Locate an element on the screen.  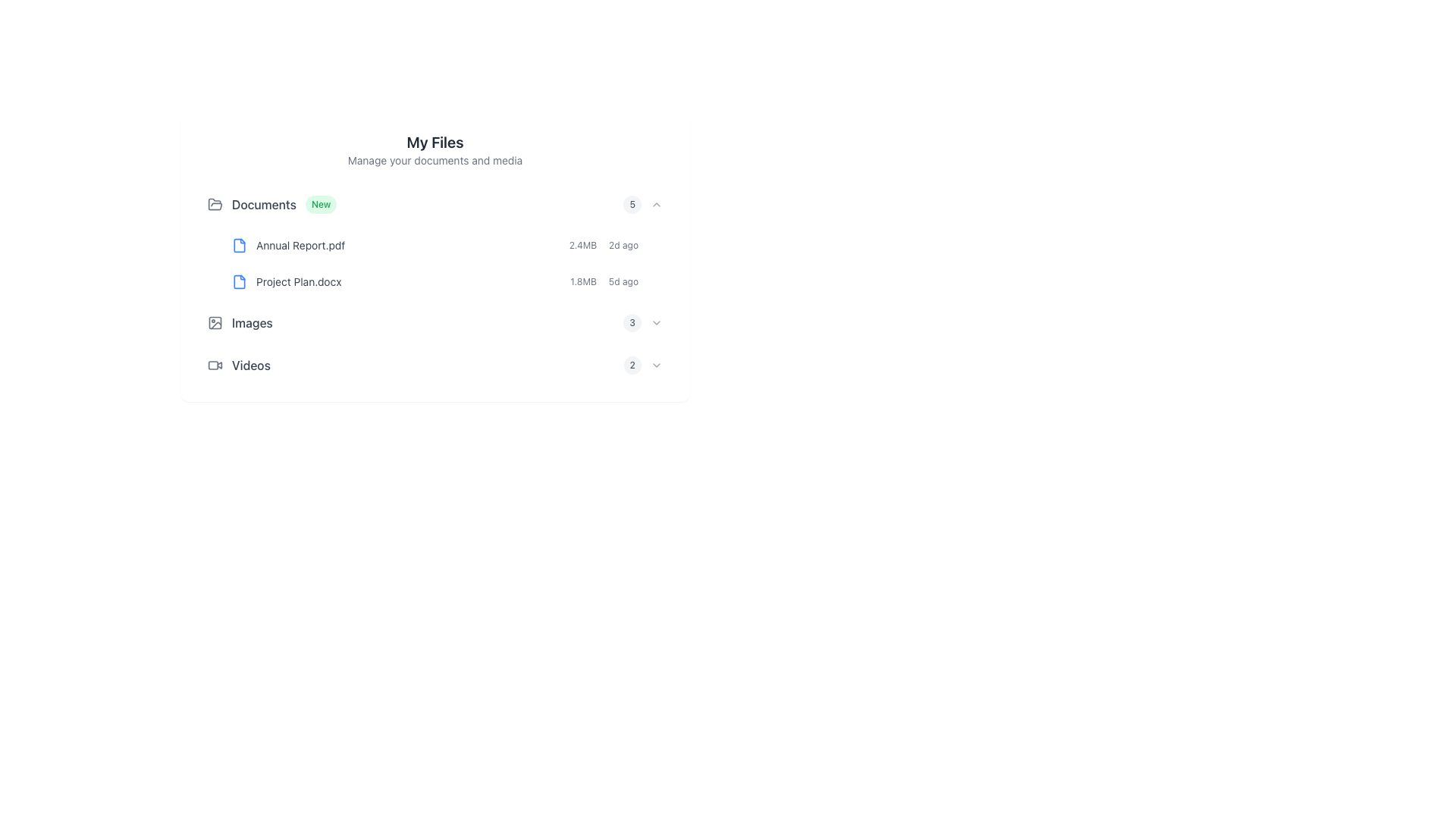
the square icon with rounded corners located under the 'Images' label in the file directory interface is located at coordinates (214, 322).